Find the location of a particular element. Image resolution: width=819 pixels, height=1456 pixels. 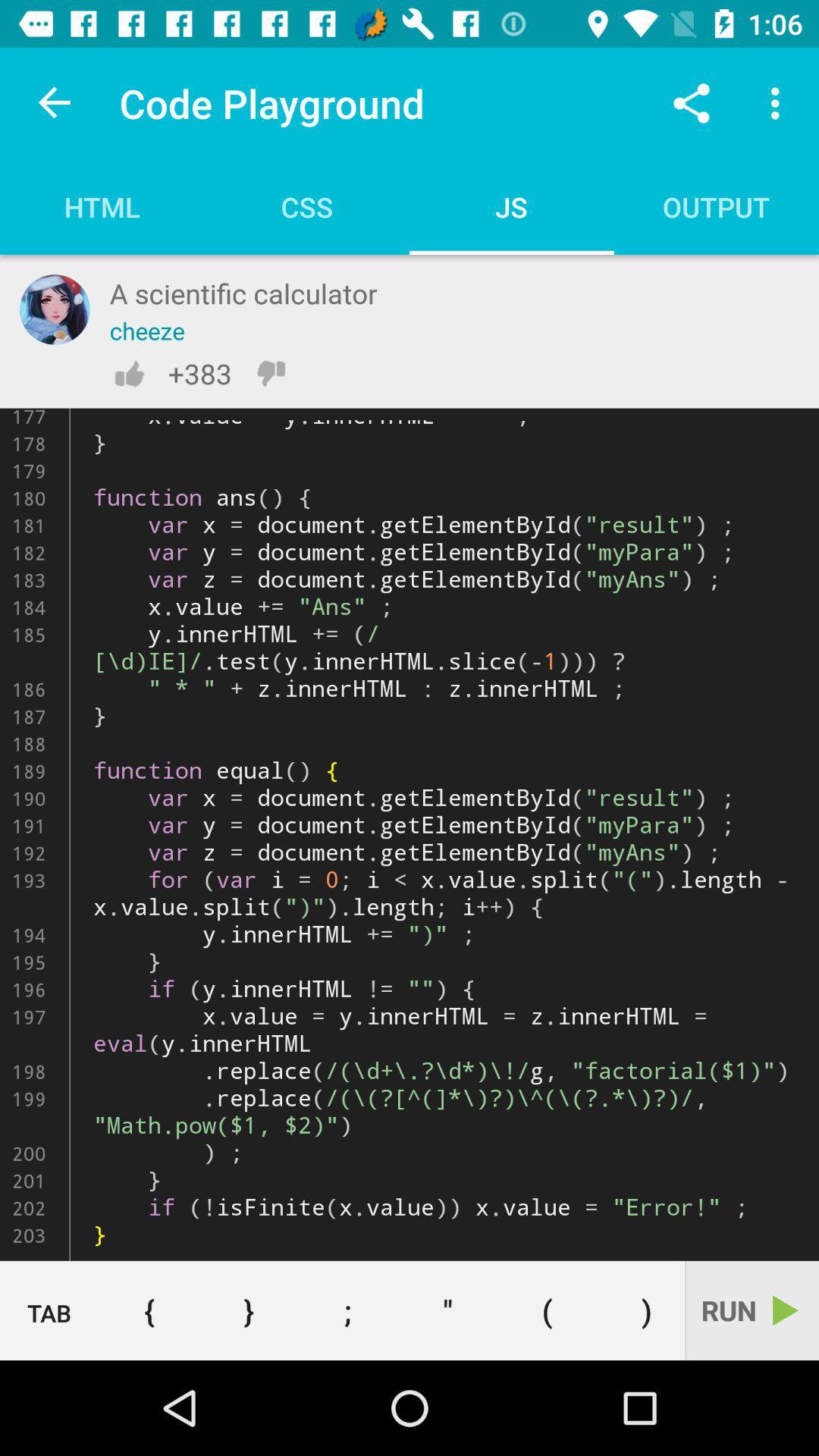

the item next to tab item is located at coordinates (149, 1310).